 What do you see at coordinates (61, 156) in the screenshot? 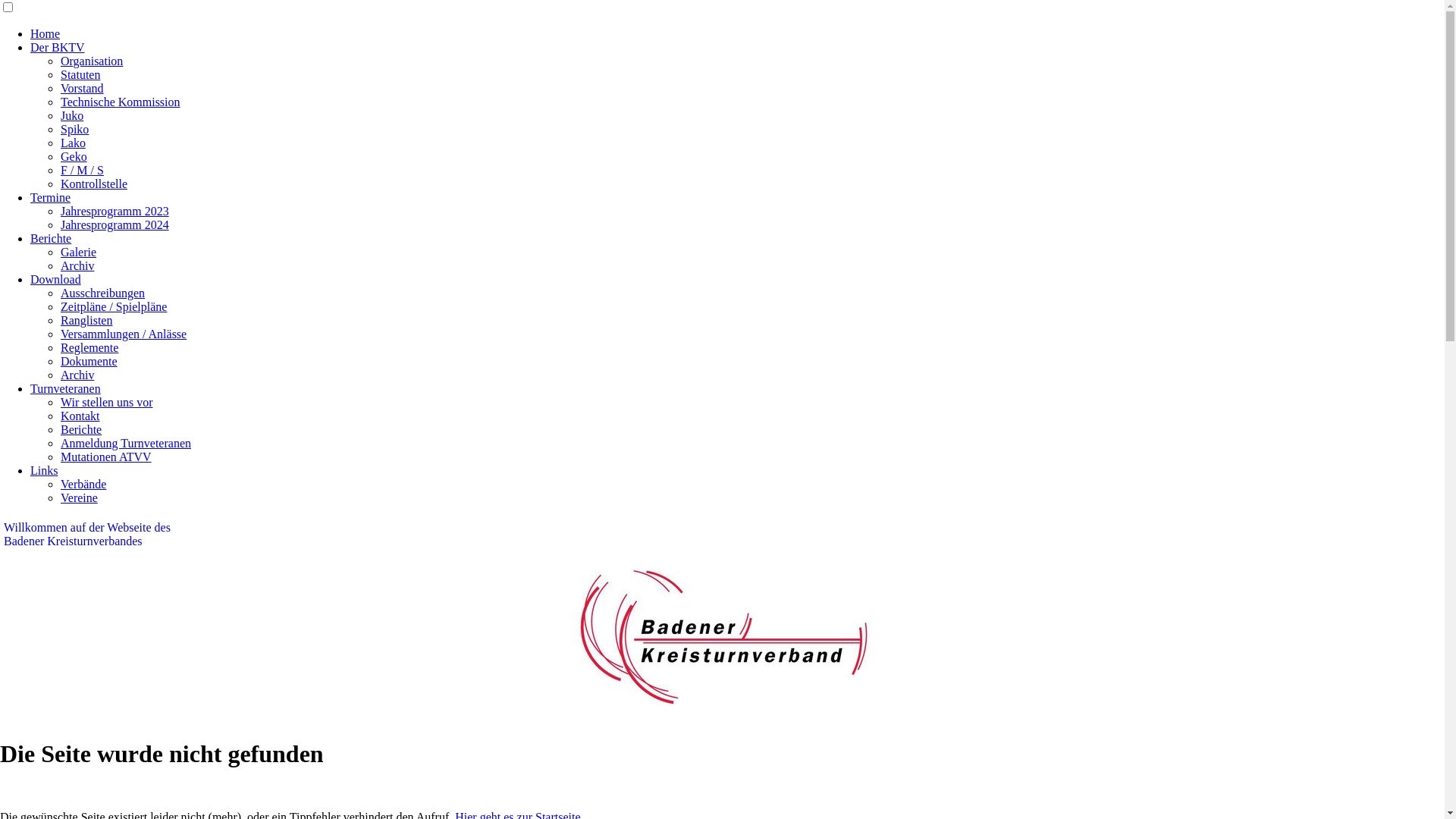
I see `'Geko'` at bounding box center [61, 156].